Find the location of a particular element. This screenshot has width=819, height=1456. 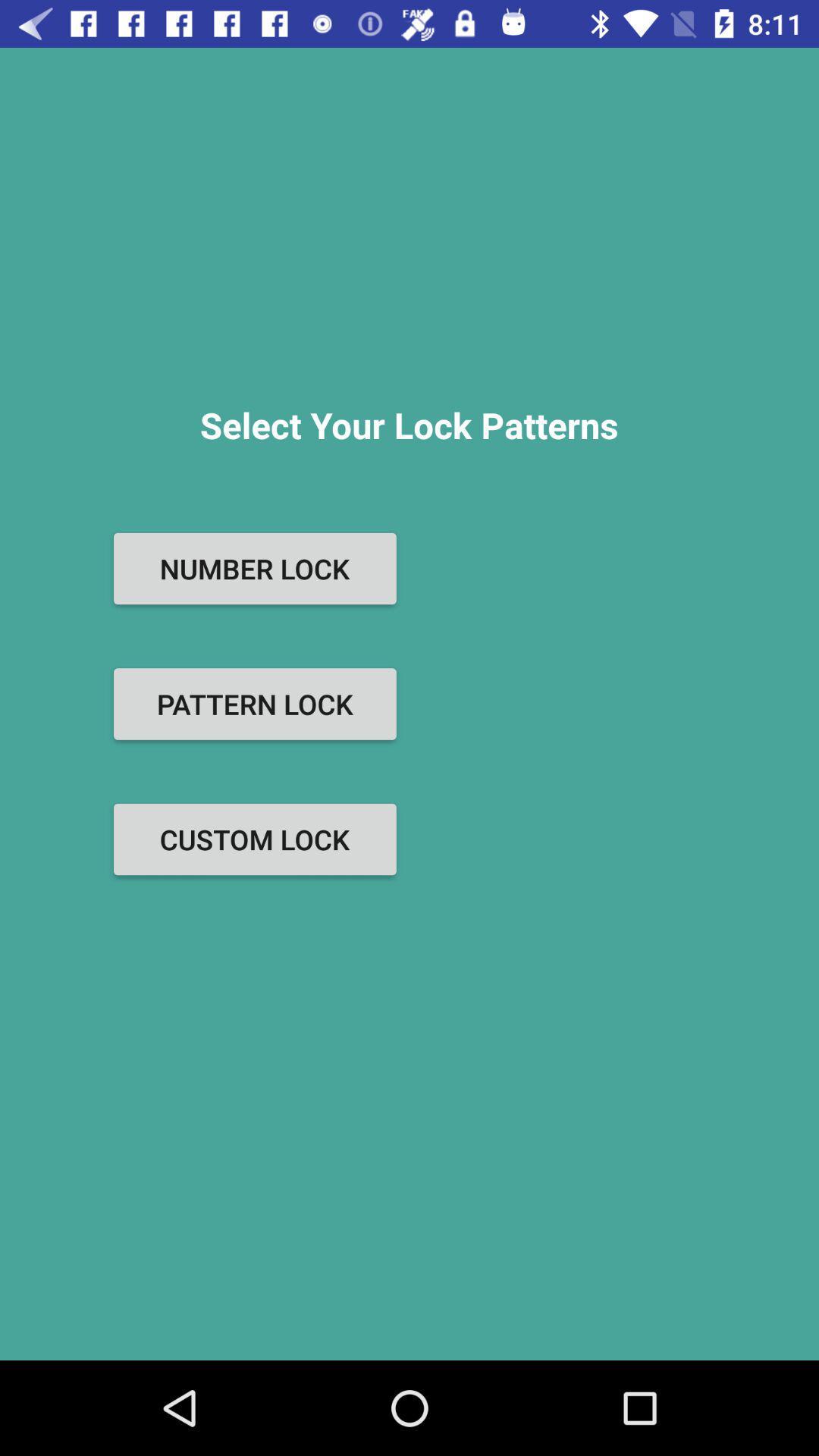

pattern lock icon is located at coordinates (254, 703).